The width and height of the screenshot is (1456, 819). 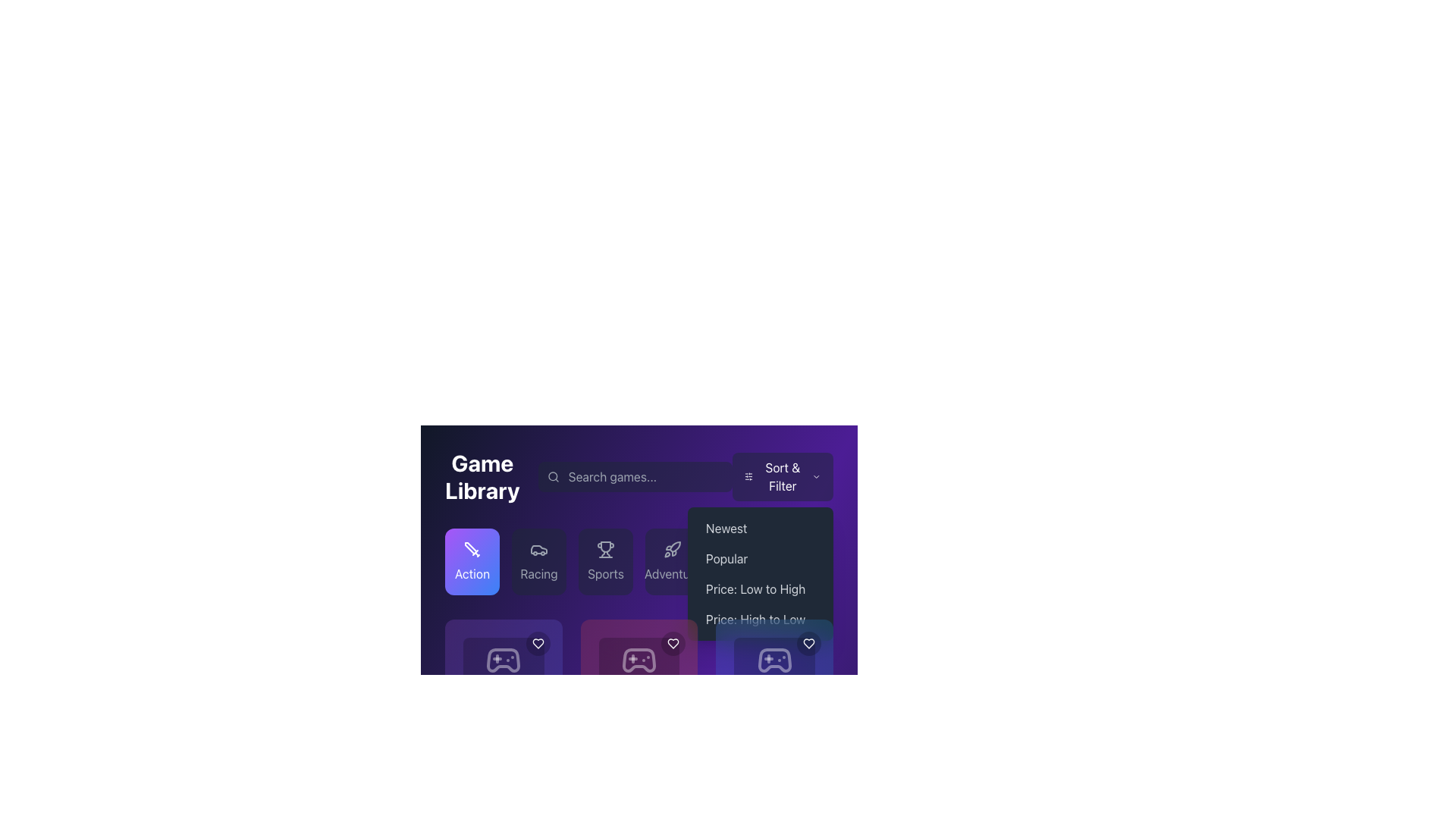 What do you see at coordinates (748, 475) in the screenshot?
I see `the horizontal sliders icon located within the 'Sort & Filter' button` at bounding box center [748, 475].